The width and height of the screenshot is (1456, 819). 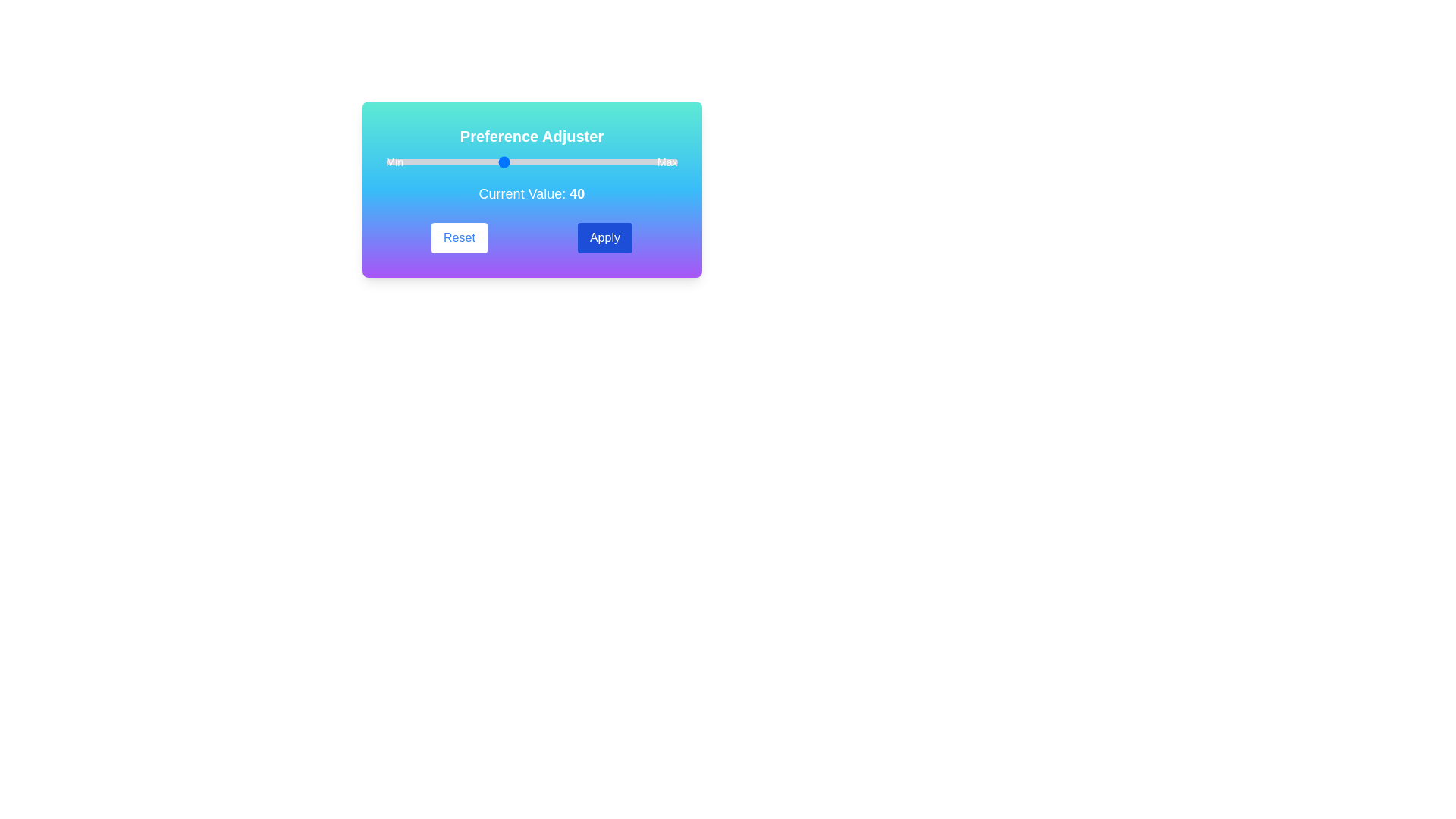 I want to click on the 'Reset' button to reset the preference value to its default setting, so click(x=458, y=237).